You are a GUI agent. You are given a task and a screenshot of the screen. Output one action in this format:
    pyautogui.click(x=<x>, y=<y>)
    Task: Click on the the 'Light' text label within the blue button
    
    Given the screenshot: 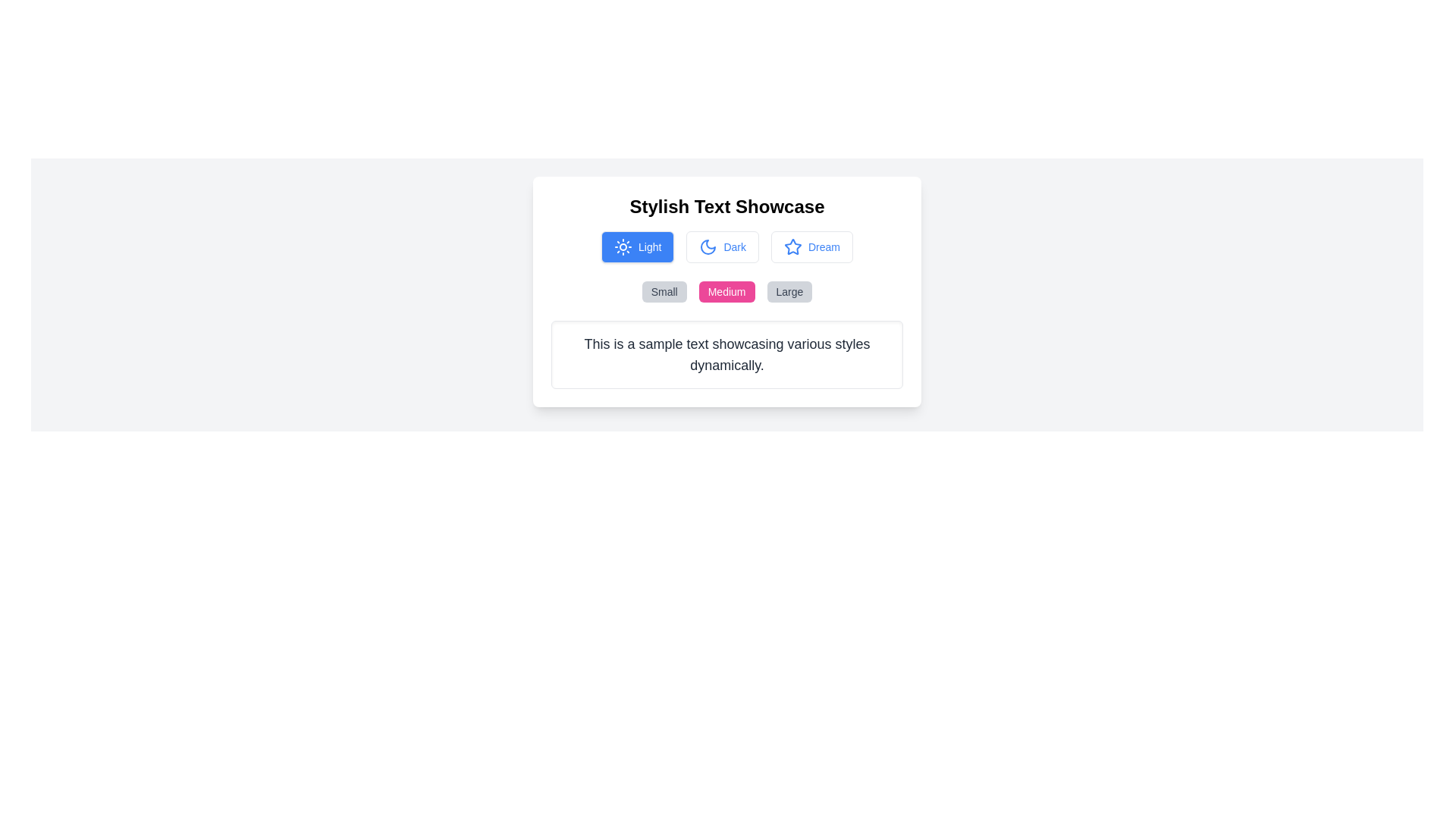 What is the action you would take?
    pyautogui.click(x=650, y=246)
    